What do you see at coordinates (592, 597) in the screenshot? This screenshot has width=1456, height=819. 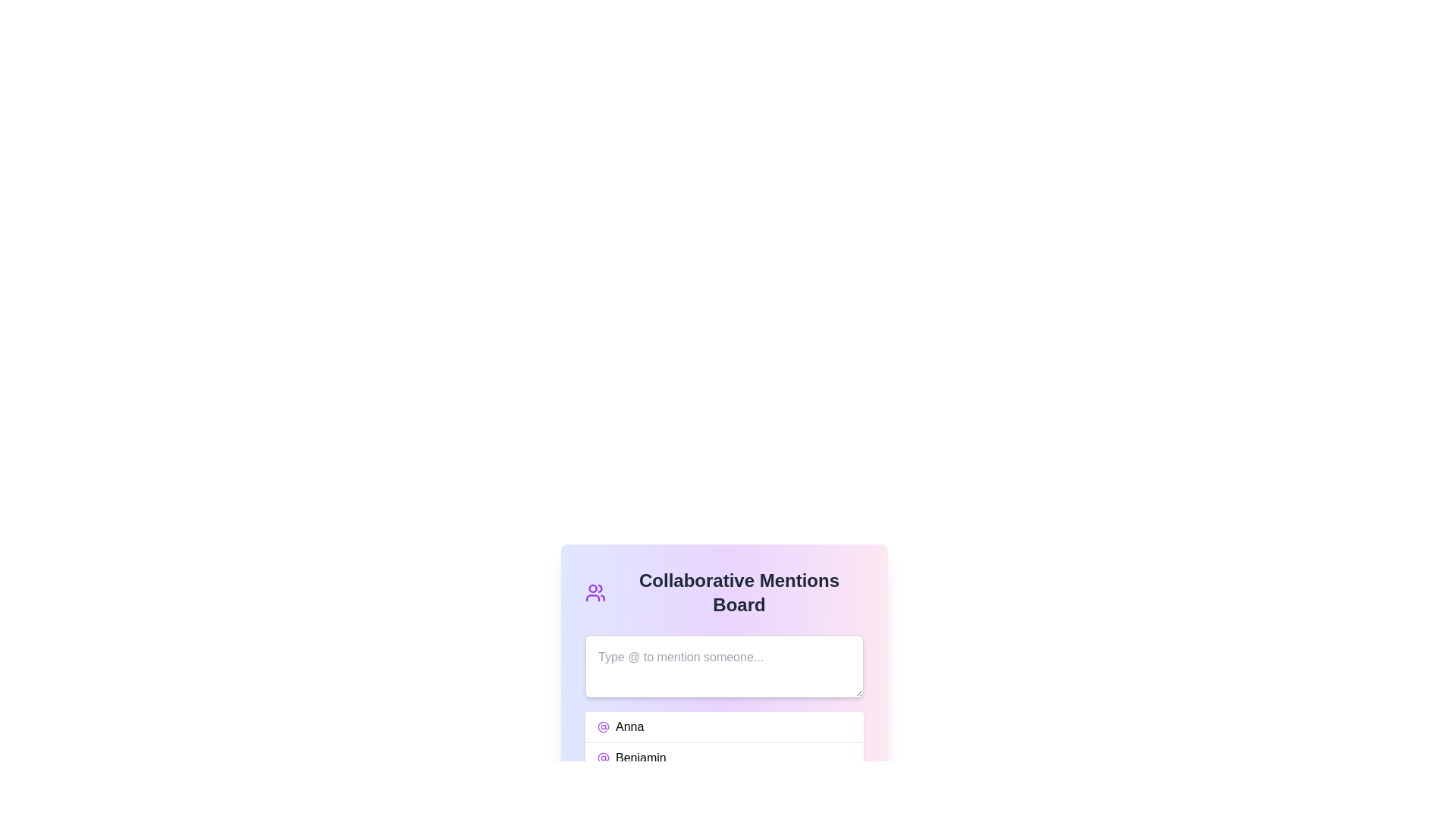 I see `the lower part of the group icon, which is a vector graphic styled to resemble a curved arc, located at the top-left corner above the 'Collaborative Mentions Board' text` at bounding box center [592, 597].